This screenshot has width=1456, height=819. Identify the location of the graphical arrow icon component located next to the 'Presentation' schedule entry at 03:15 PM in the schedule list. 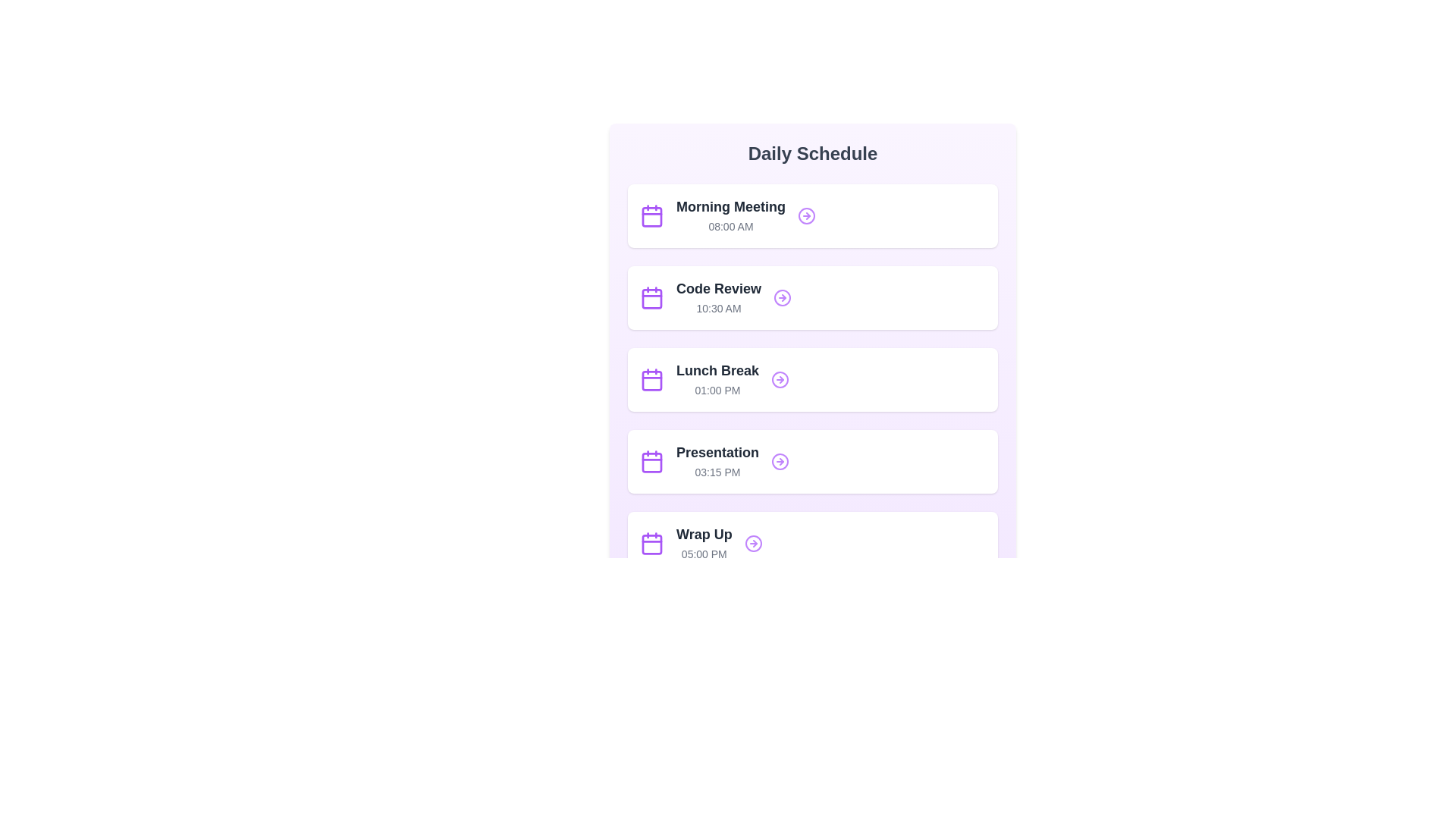
(780, 461).